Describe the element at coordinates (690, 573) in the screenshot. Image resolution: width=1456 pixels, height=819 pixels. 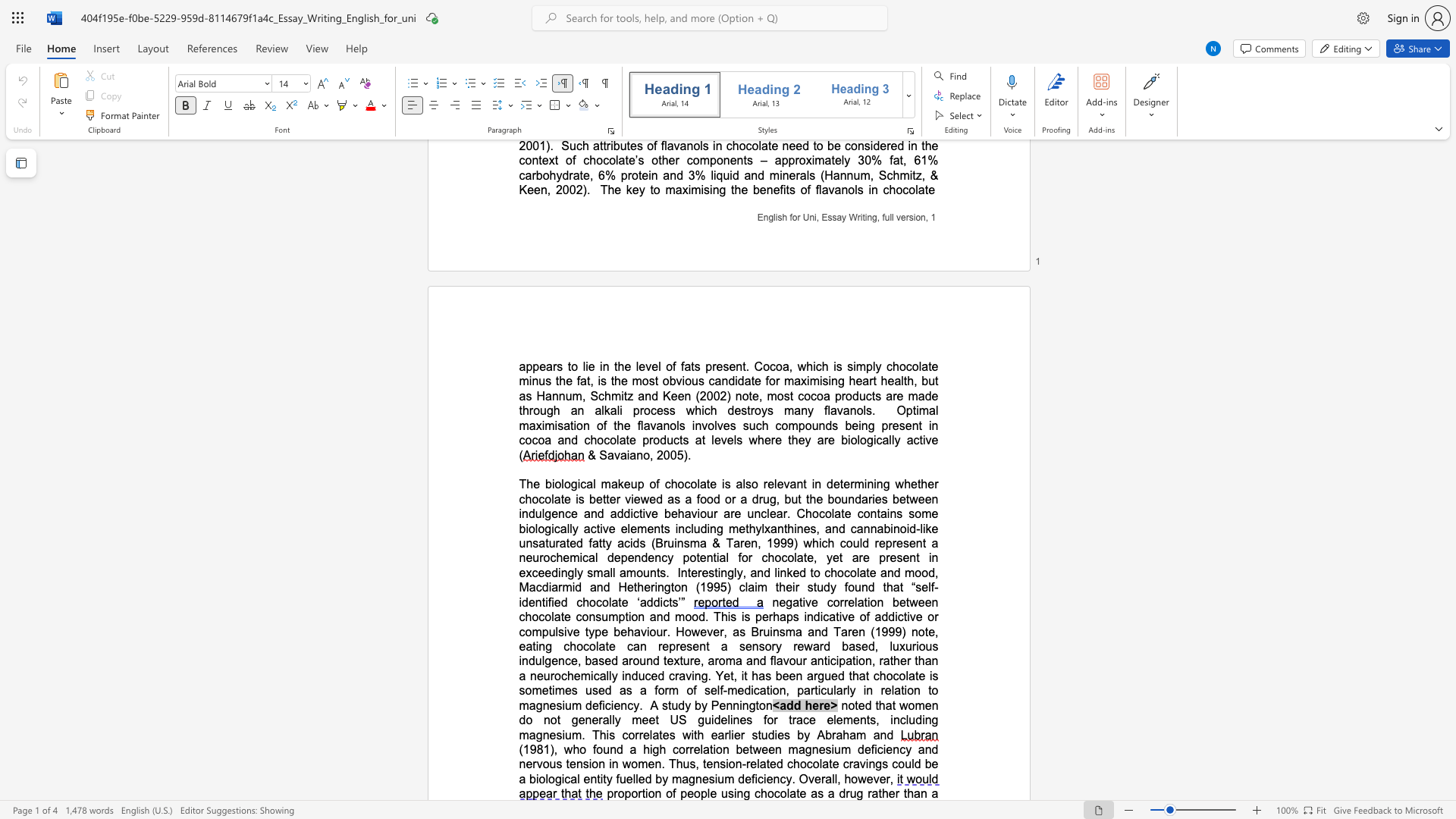
I see `the subset text "erestingly, and lin" within the text "Interestingly, and linked to chocolate and"` at that location.